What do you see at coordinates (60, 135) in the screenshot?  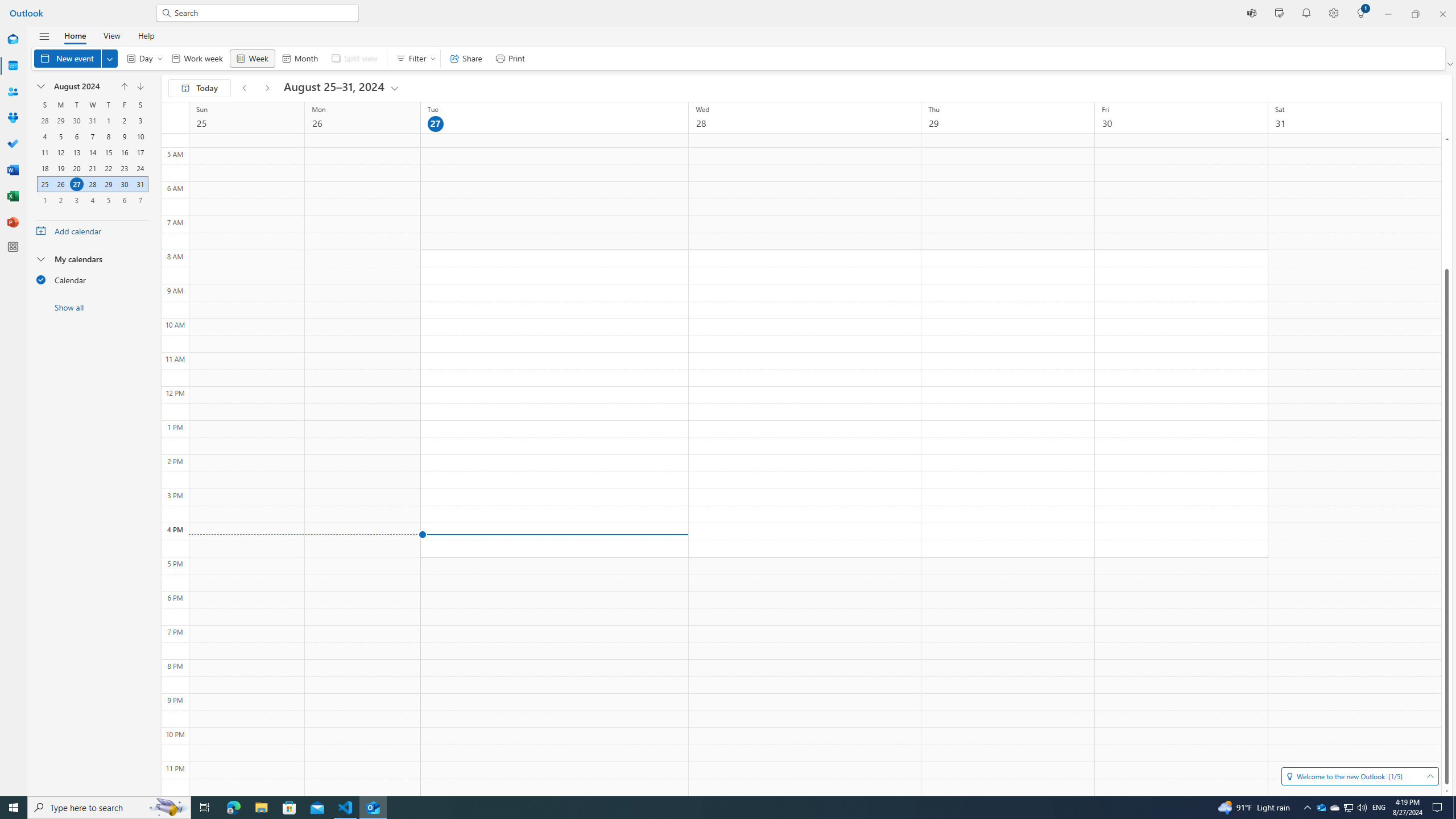 I see `'5, August, 2024'` at bounding box center [60, 135].